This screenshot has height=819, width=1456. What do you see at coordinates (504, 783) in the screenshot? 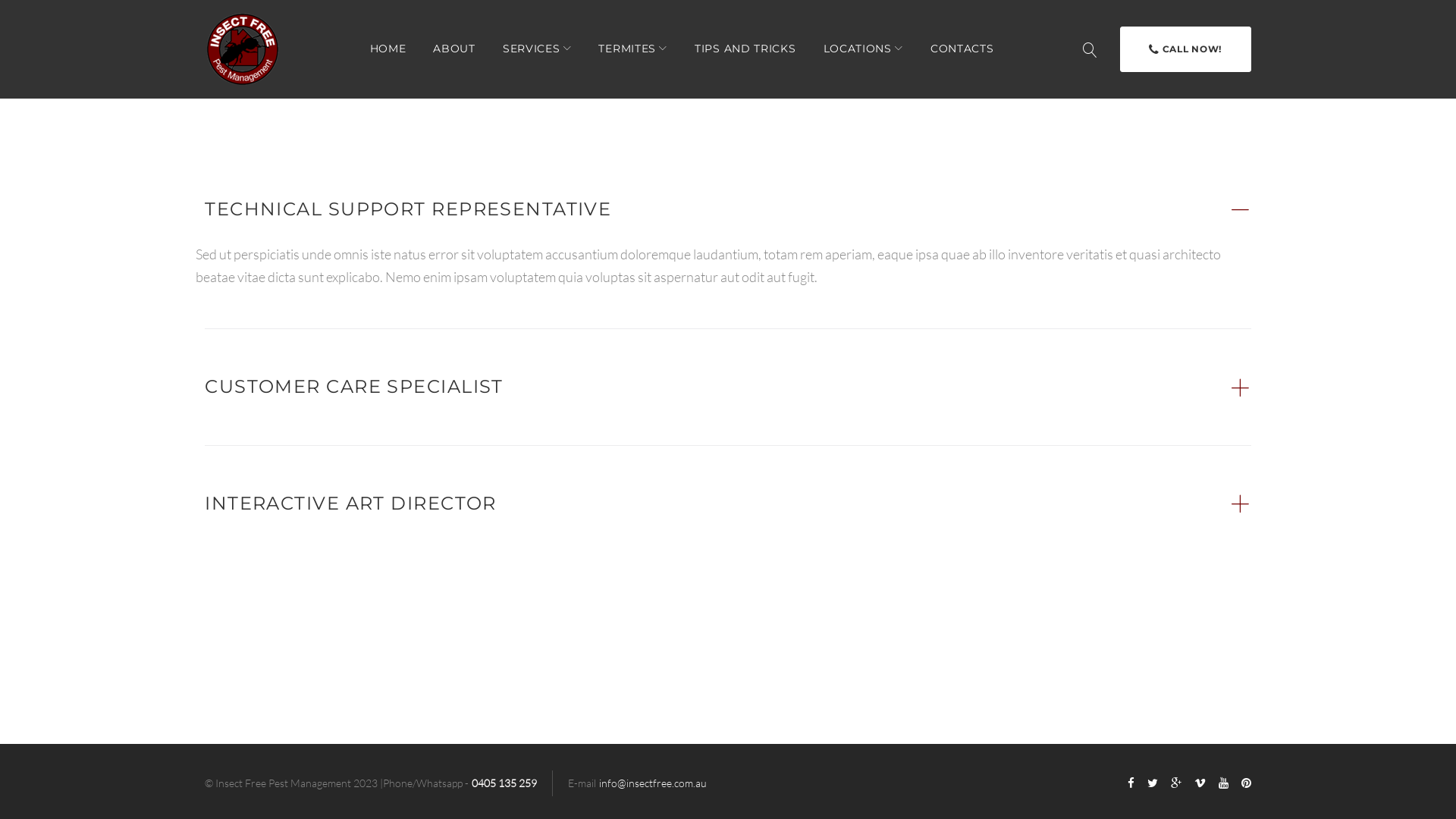
I see `'0405 135 259'` at bounding box center [504, 783].